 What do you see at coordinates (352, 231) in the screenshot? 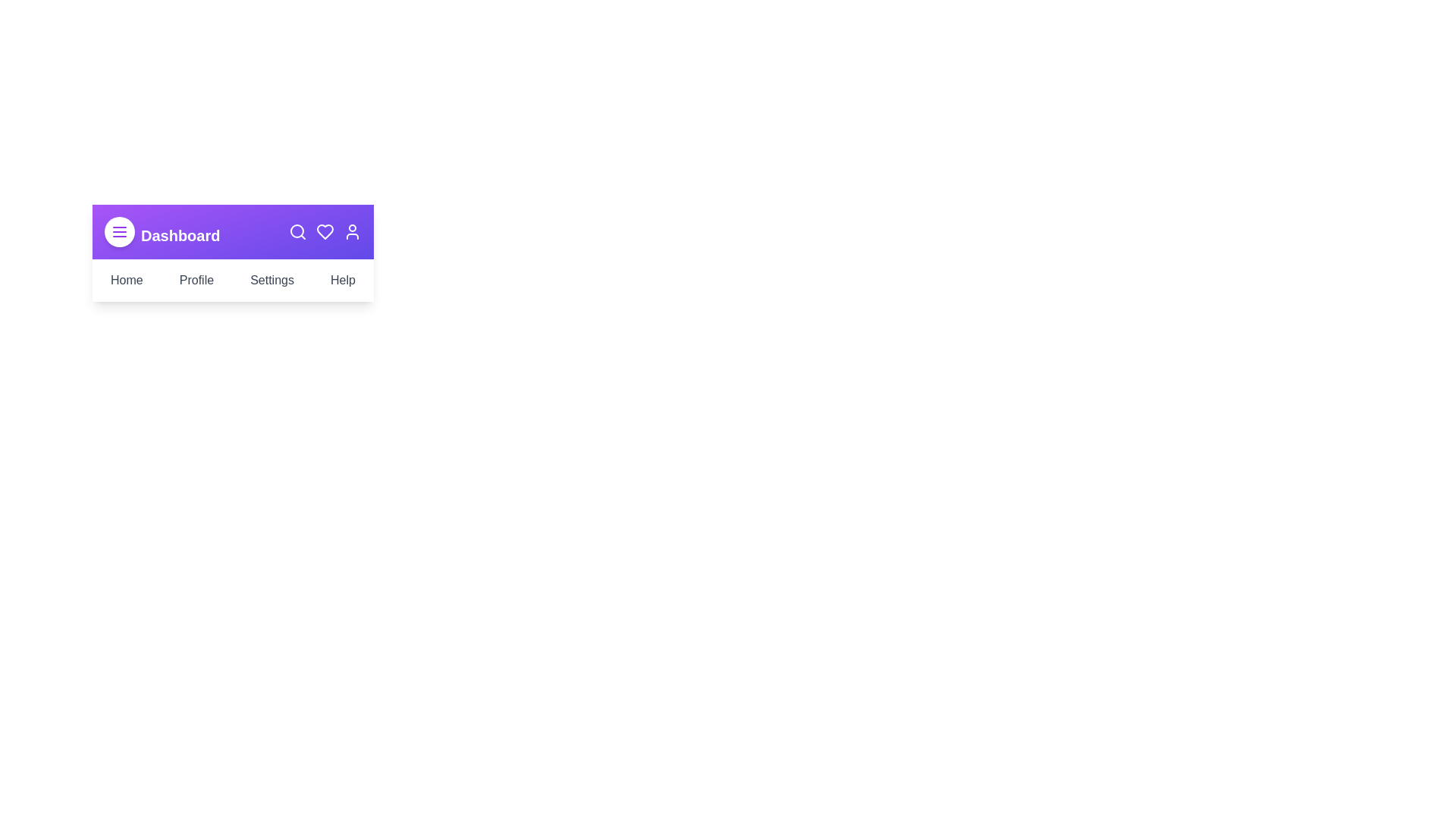
I see `the user icon to observe its hover effect` at bounding box center [352, 231].